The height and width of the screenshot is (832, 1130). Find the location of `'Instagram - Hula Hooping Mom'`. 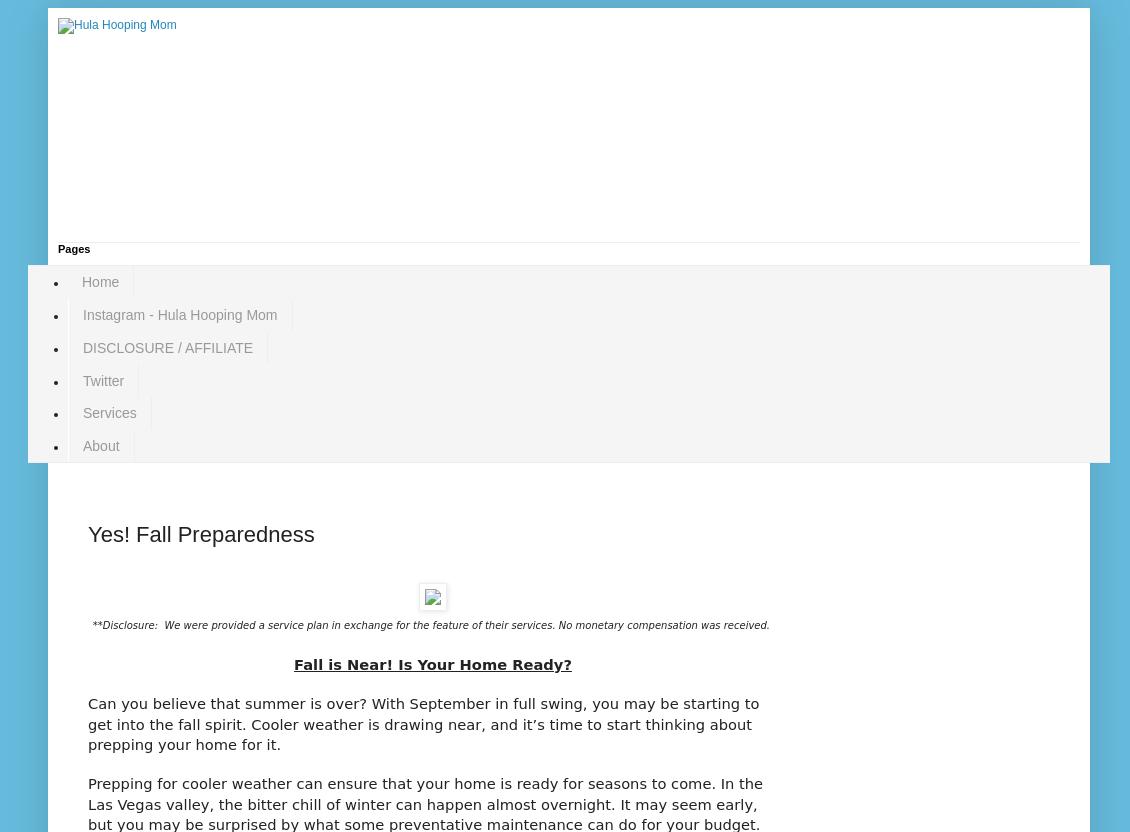

'Instagram - Hula Hooping Mom' is located at coordinates (180, 313).